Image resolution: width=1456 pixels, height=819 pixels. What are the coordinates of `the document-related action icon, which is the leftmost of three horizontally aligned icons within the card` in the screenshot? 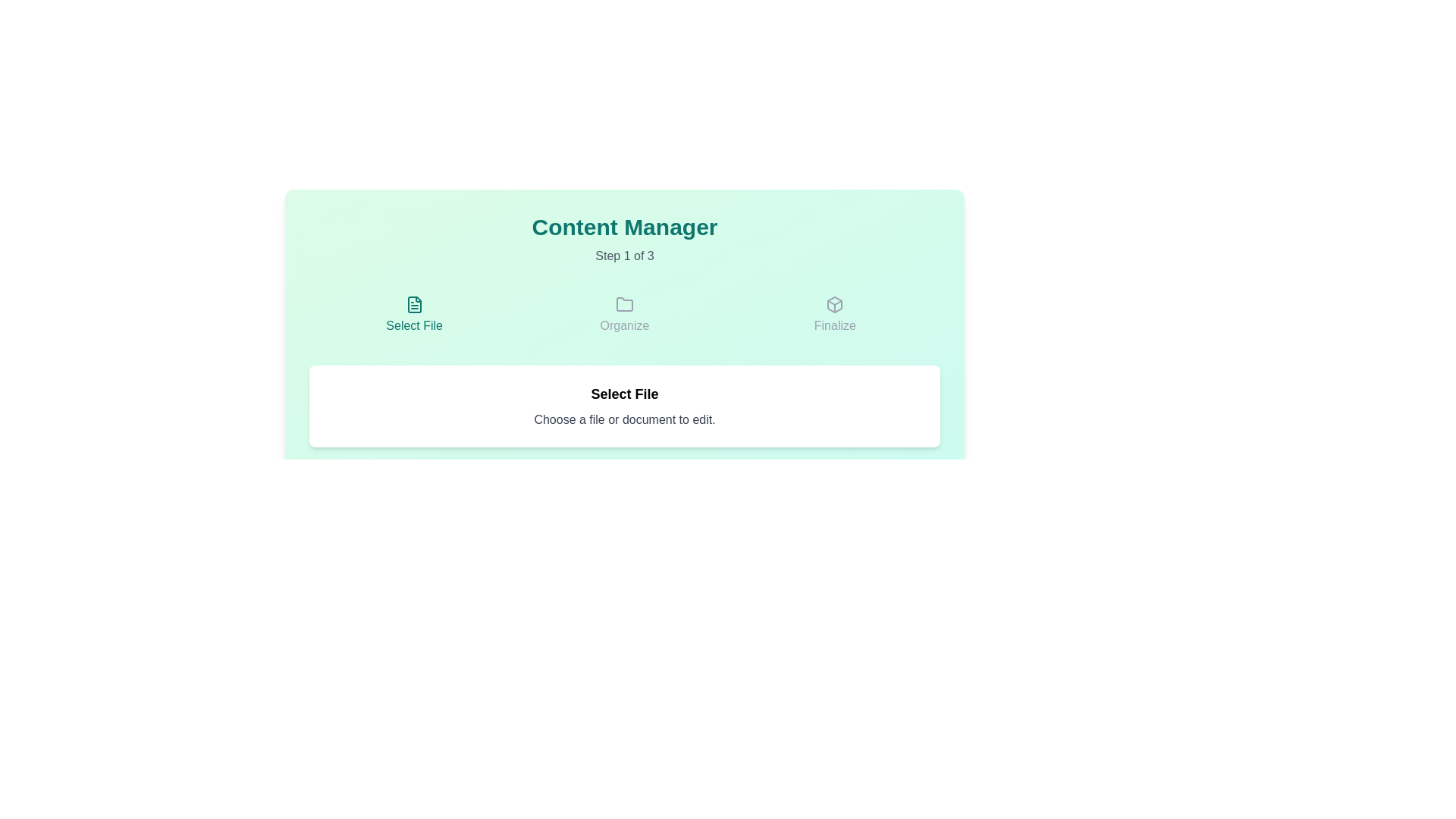 It's located at (414, 304).